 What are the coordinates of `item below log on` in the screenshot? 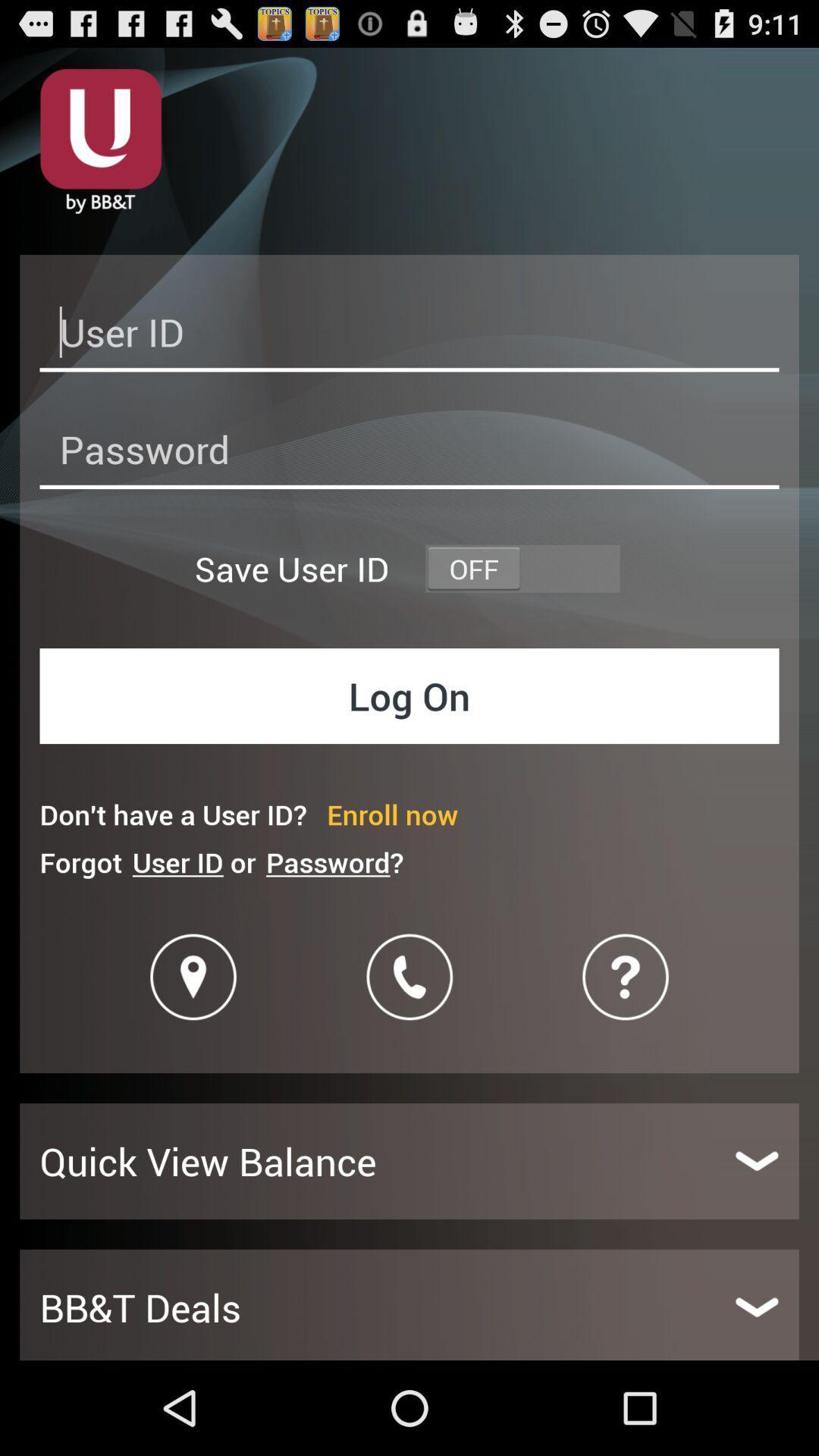 It's located at (391, 814).